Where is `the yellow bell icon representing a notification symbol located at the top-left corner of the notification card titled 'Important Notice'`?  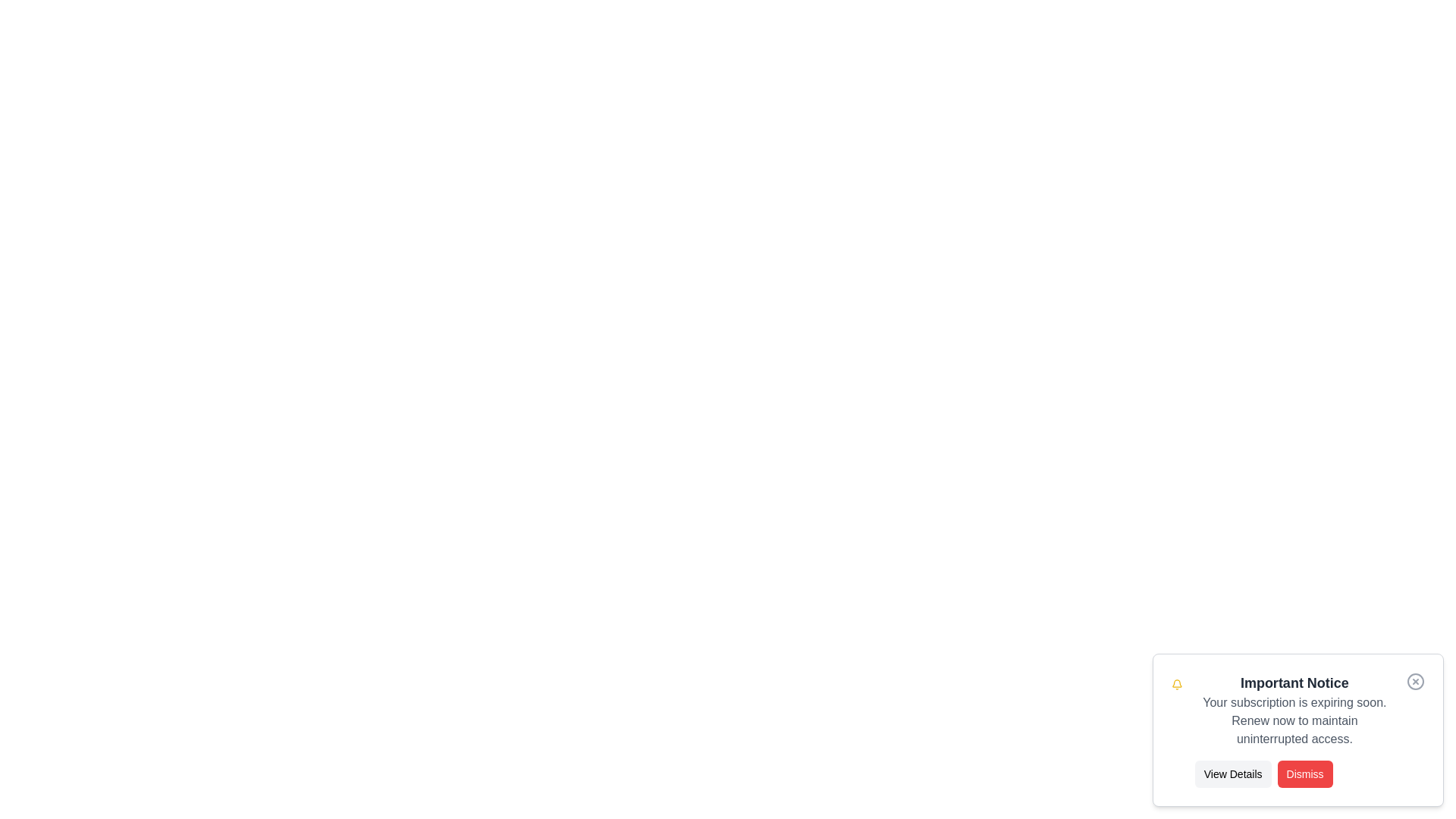
the yellow bell icon representing a notification symbol located at the top-left corner of the notification card titled 'Important Notice' is located at coordinates (1176, 684).